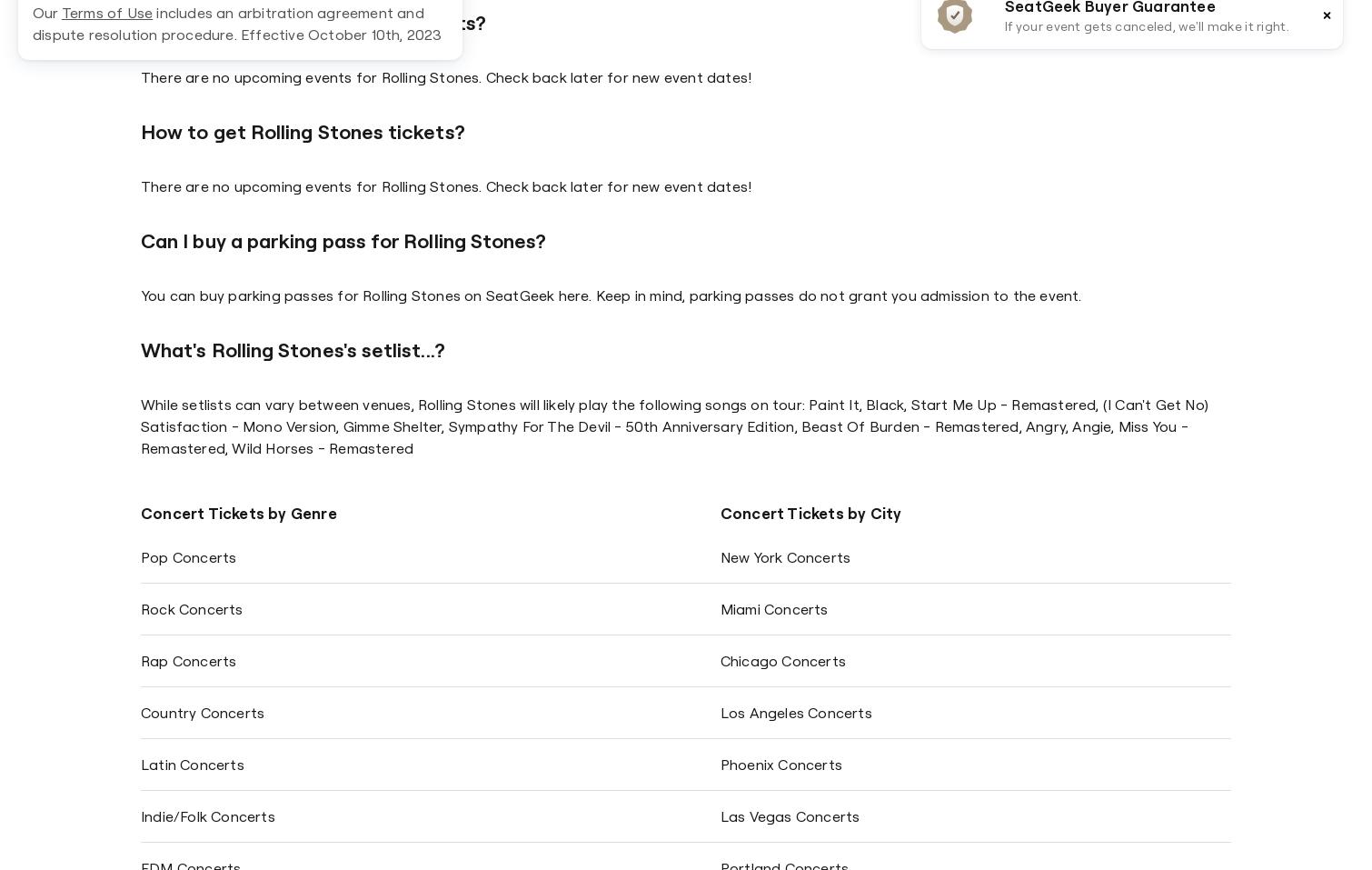 The image size is (1372, 870). Describe the element at coordinates (279, 404) in the screenshot. I see `'While setlists can vary between venues,'` at that location.